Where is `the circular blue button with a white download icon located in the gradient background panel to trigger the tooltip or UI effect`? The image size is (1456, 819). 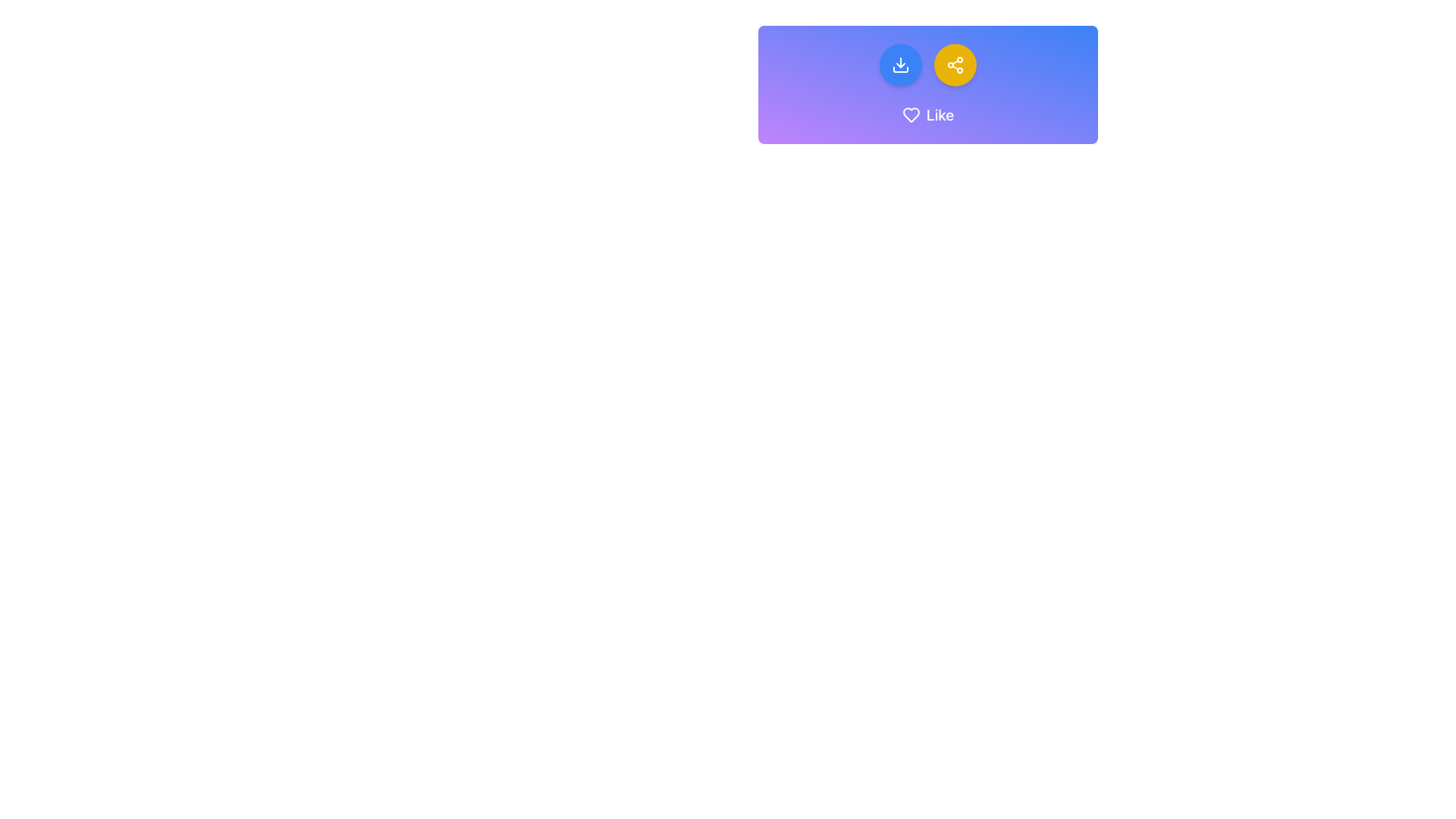
the circular blue button with a white download icon located in the gradient background panel to trigger the tooltip or UI effect is located at coordinates (901, 64).